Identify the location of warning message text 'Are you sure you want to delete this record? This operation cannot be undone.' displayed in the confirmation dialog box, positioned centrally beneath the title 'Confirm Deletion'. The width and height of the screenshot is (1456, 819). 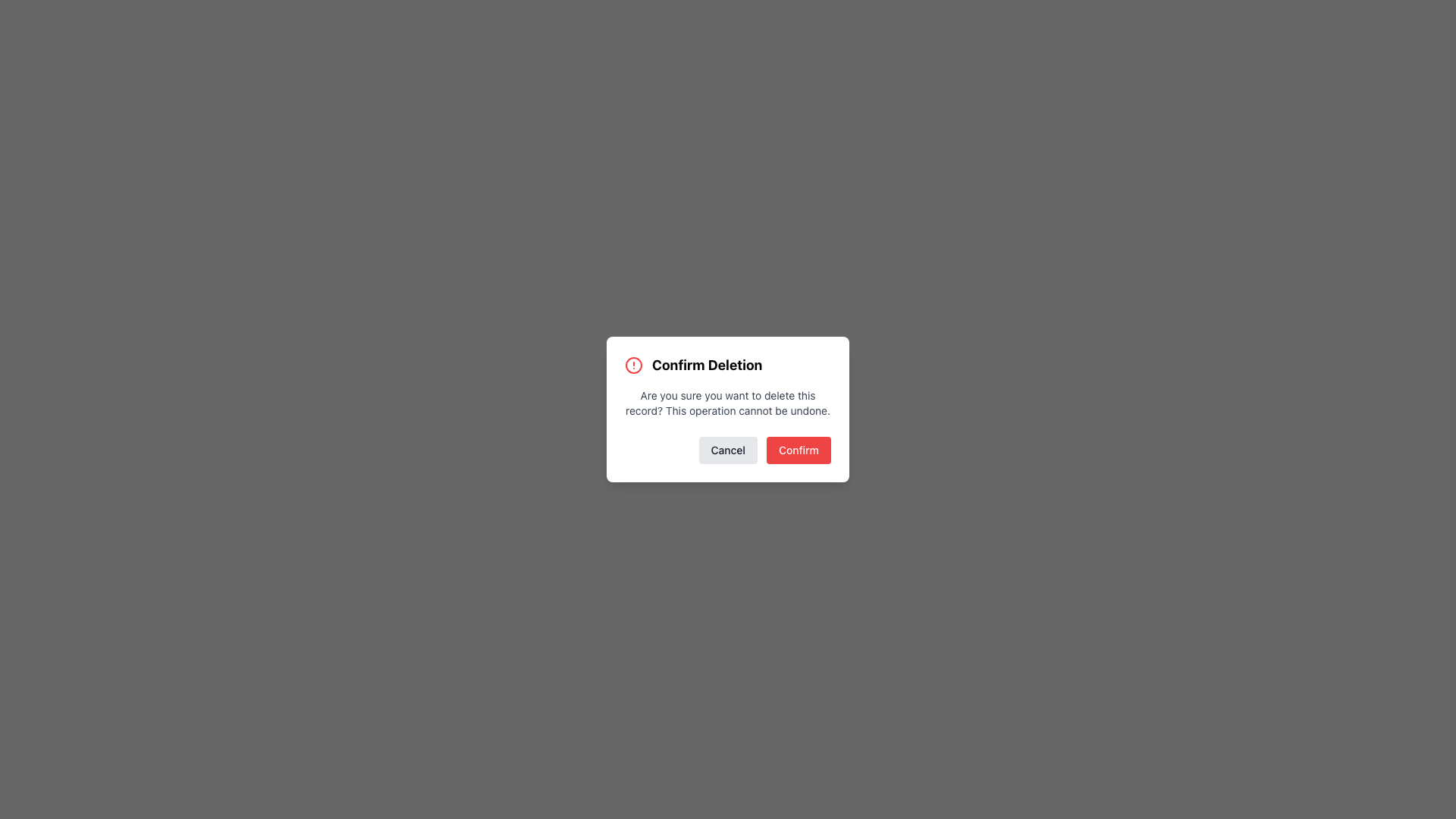
(728, 403).